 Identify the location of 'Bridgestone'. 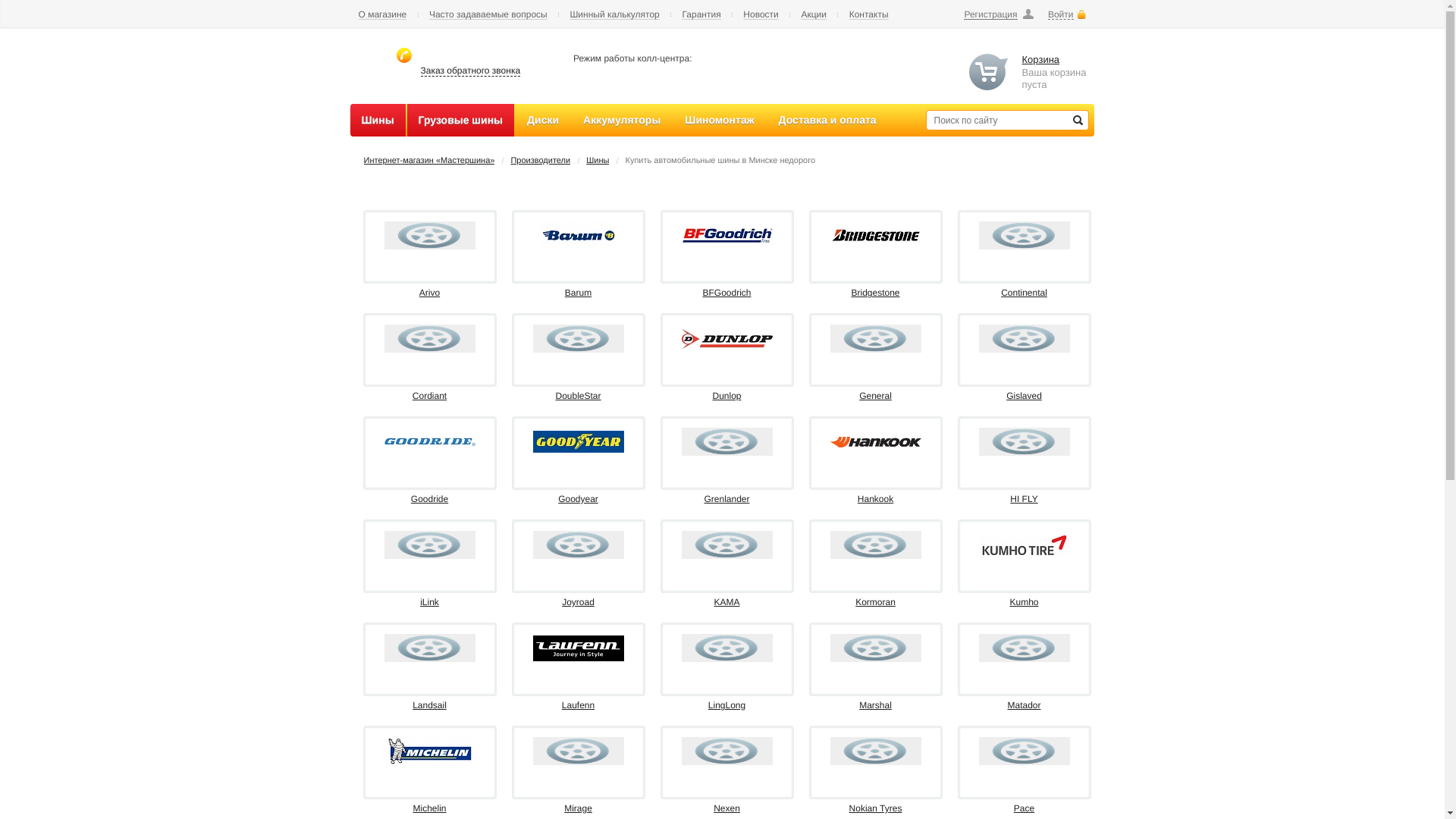
(874, 292).